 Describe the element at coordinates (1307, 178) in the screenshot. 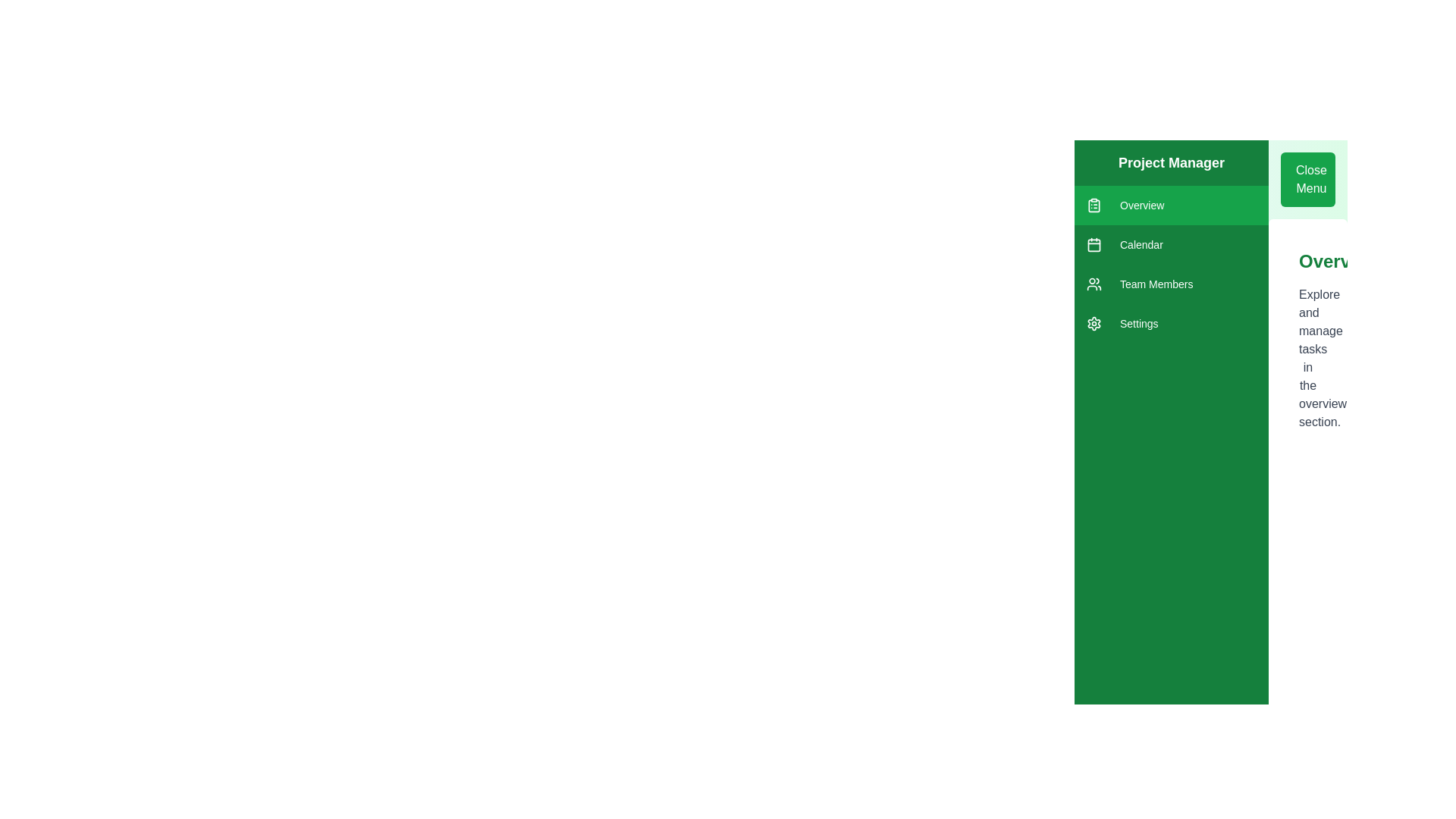

I see `'Close Menu' button to toggle the menu drawer closed` at that location.